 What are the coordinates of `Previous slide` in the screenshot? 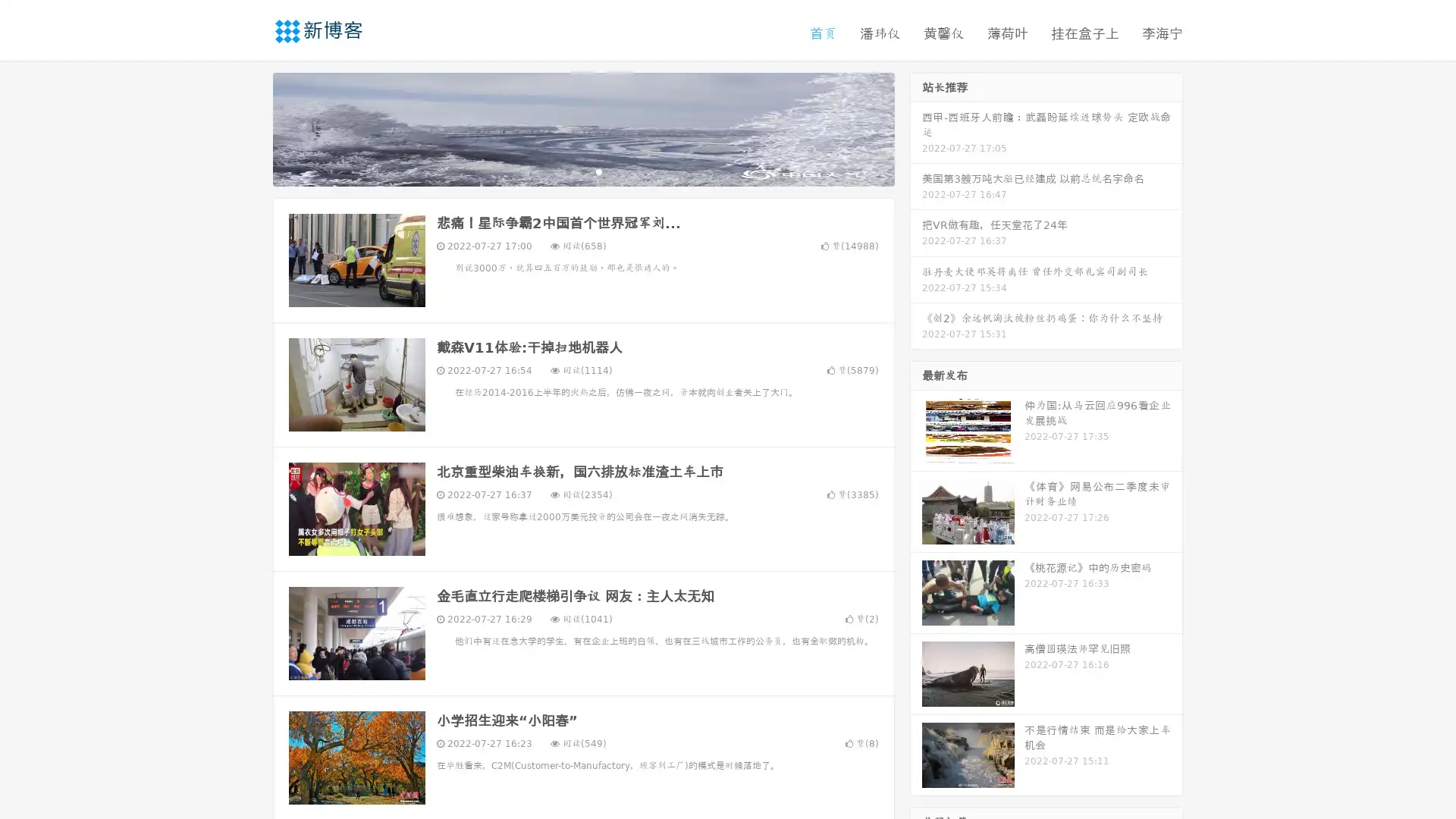 It's located at (250, 127).